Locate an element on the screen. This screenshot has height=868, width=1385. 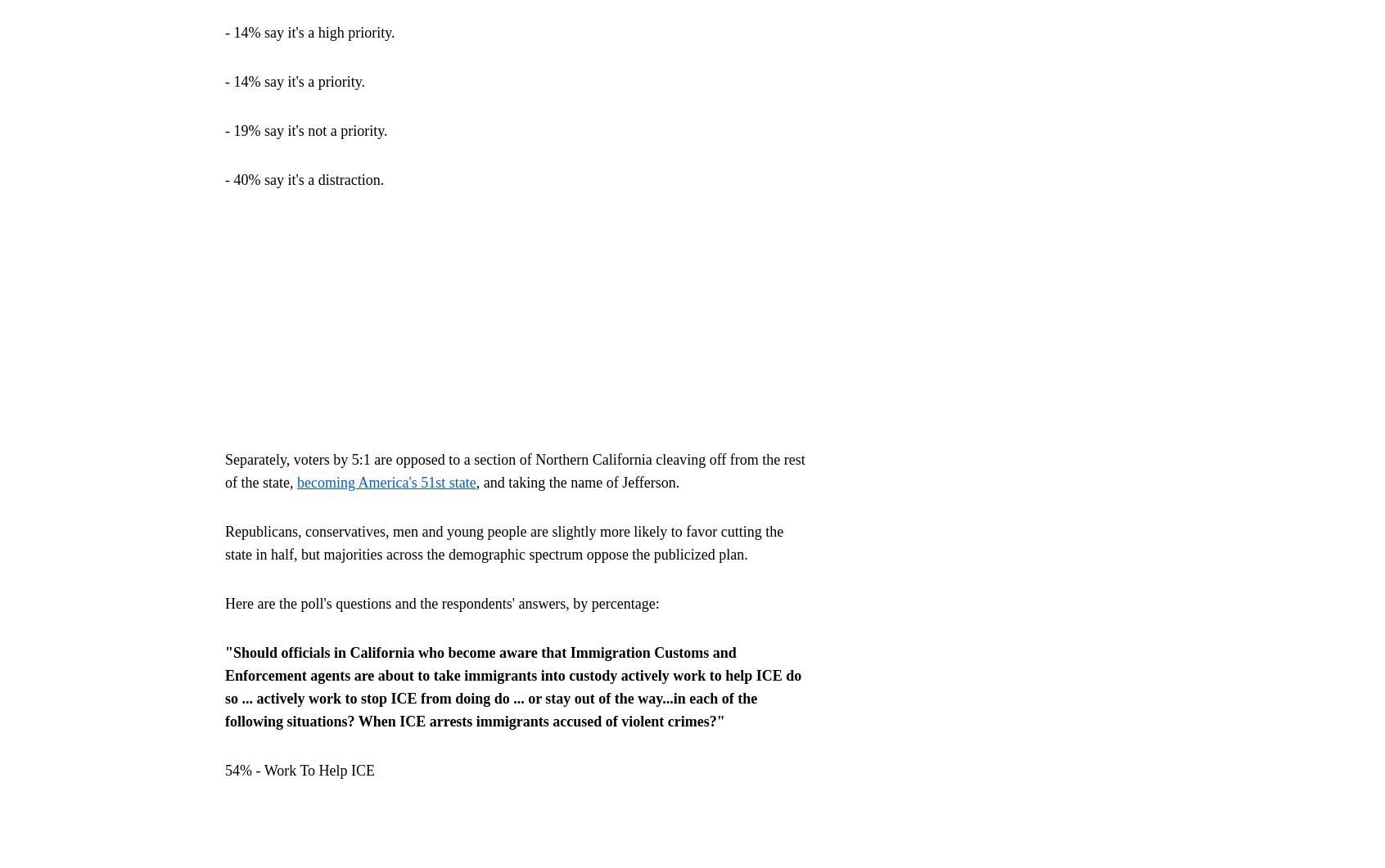
'- 40% say it's a distraction.' is located at coordinates (305, 178).